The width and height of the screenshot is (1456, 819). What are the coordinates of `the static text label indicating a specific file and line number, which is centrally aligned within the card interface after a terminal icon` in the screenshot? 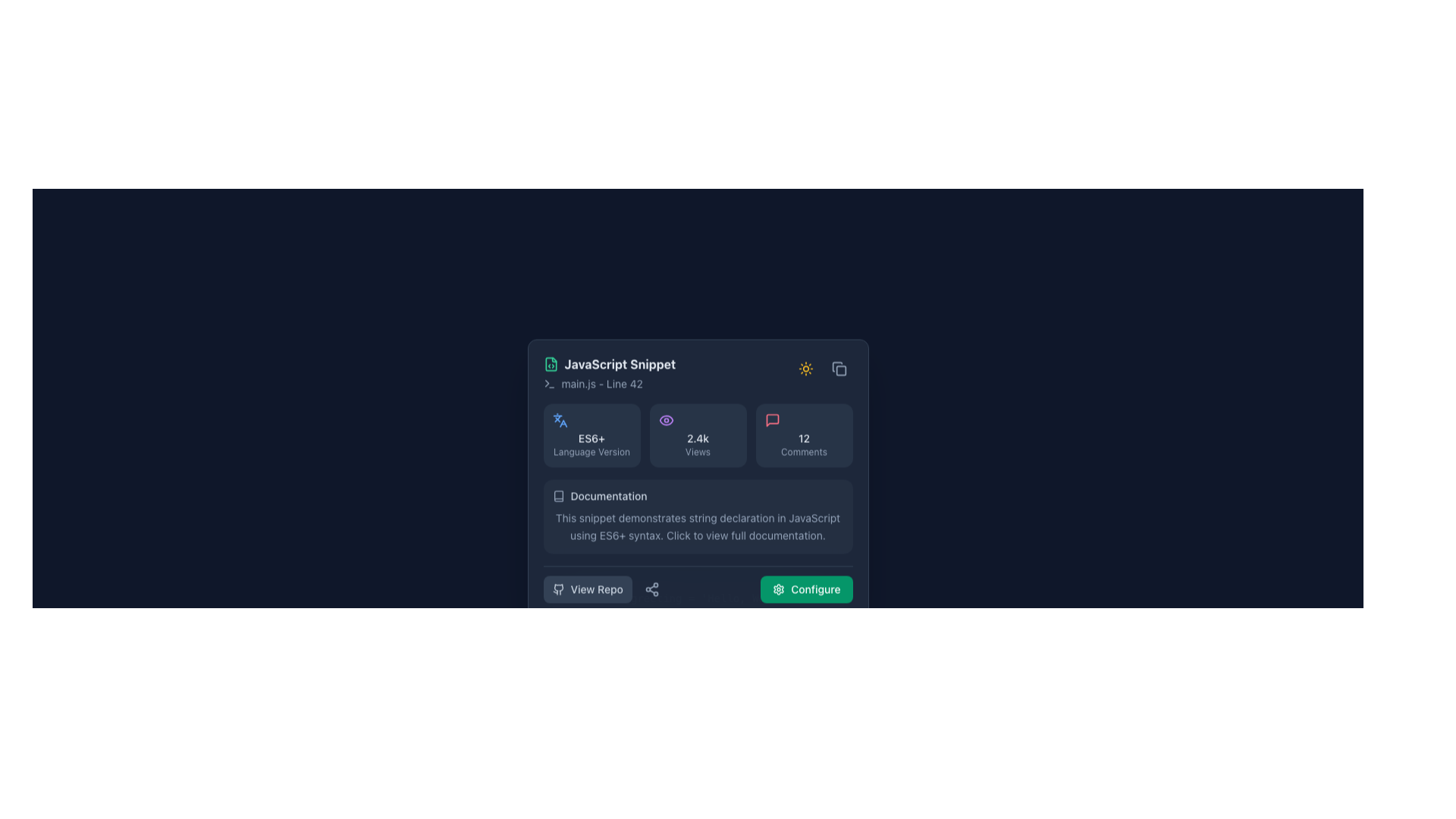 It's located at (601, 383).